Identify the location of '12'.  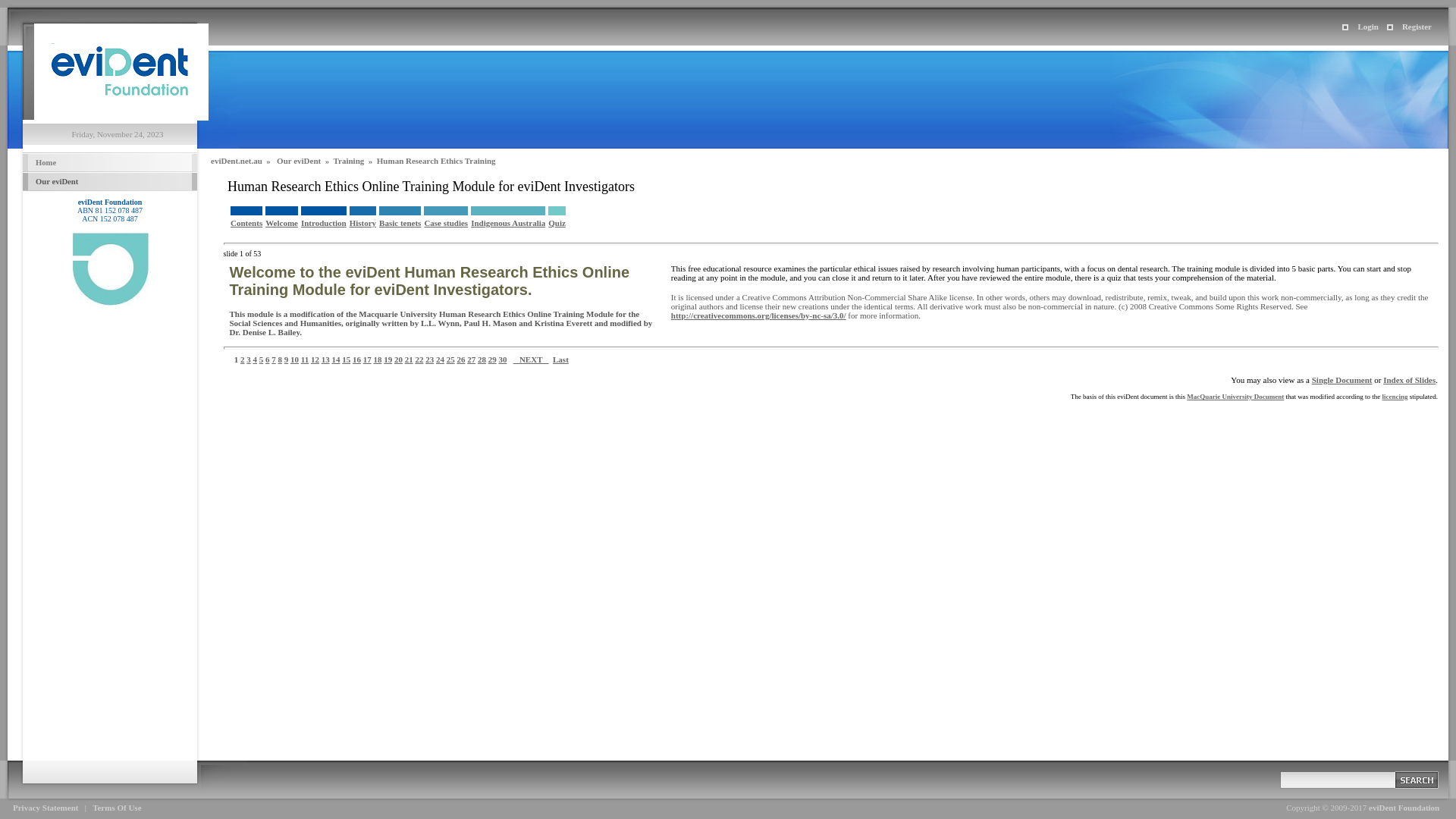
(309, 359).